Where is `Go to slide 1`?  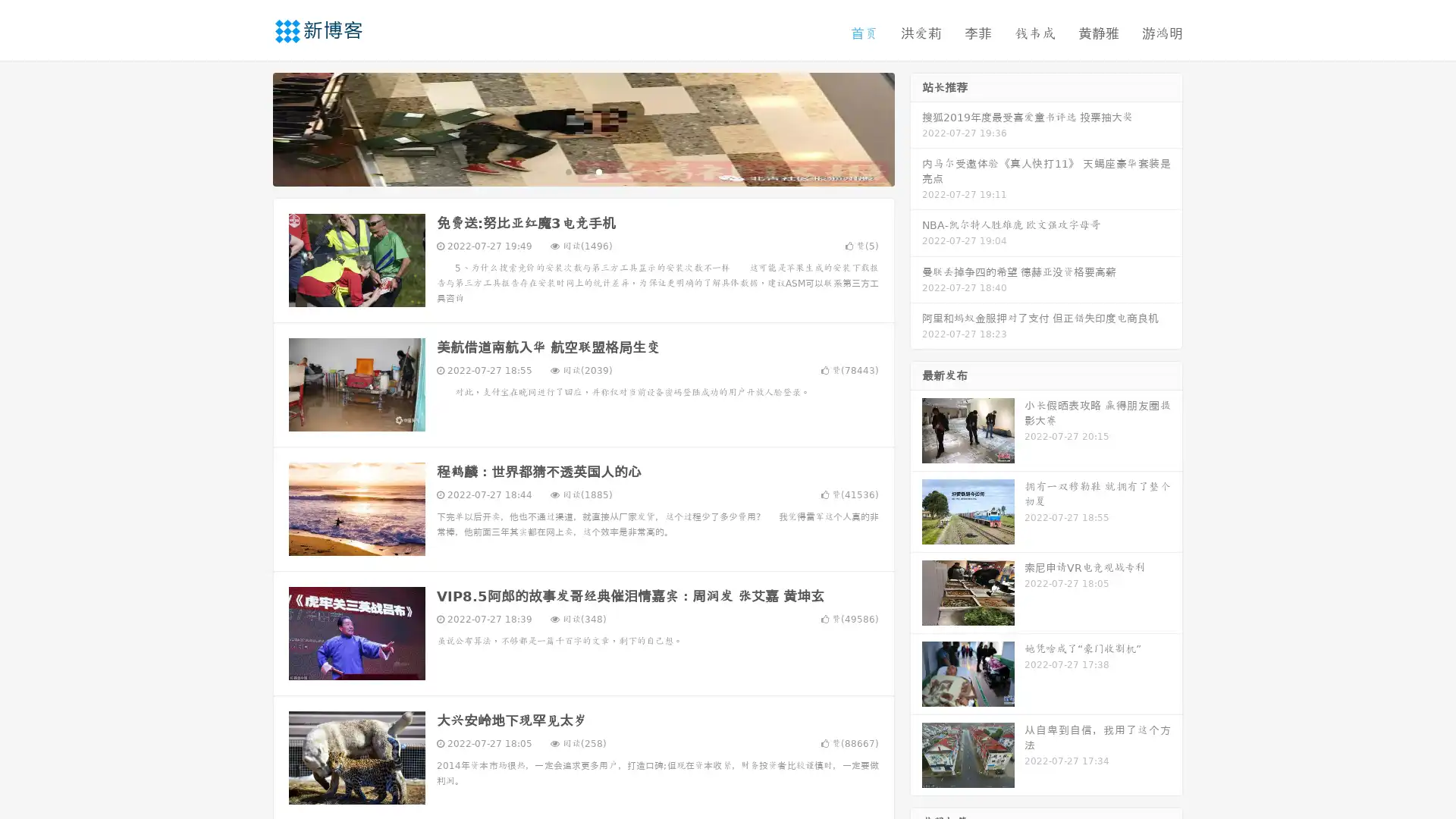 Go to slide 1 is located at coordinates (567, 171).